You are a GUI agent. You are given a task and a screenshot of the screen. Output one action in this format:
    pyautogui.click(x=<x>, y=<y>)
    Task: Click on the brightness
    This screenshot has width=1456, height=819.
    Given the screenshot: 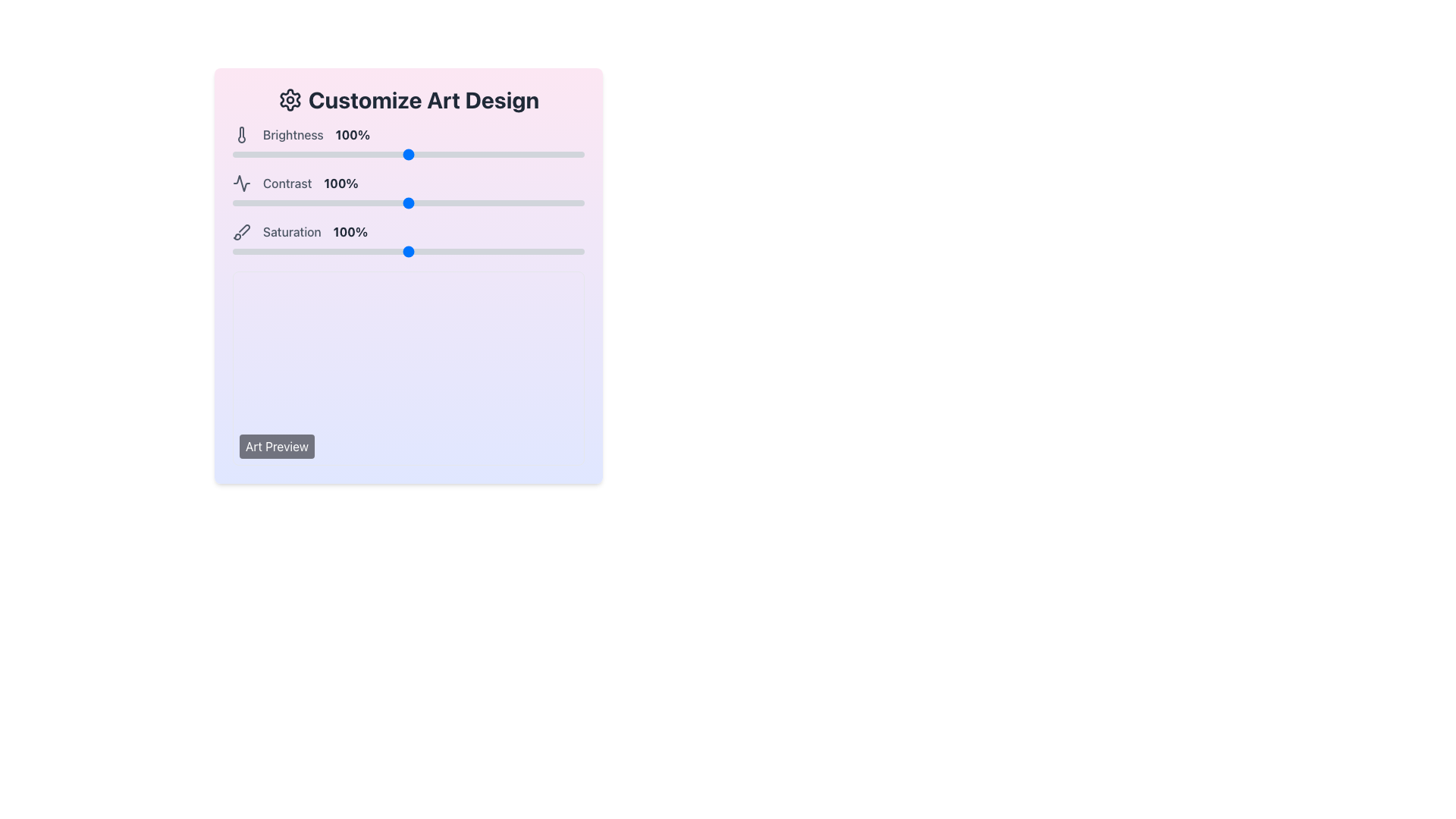 What is the action you would take?
    pyautogui.click(x=246, y=155)
    